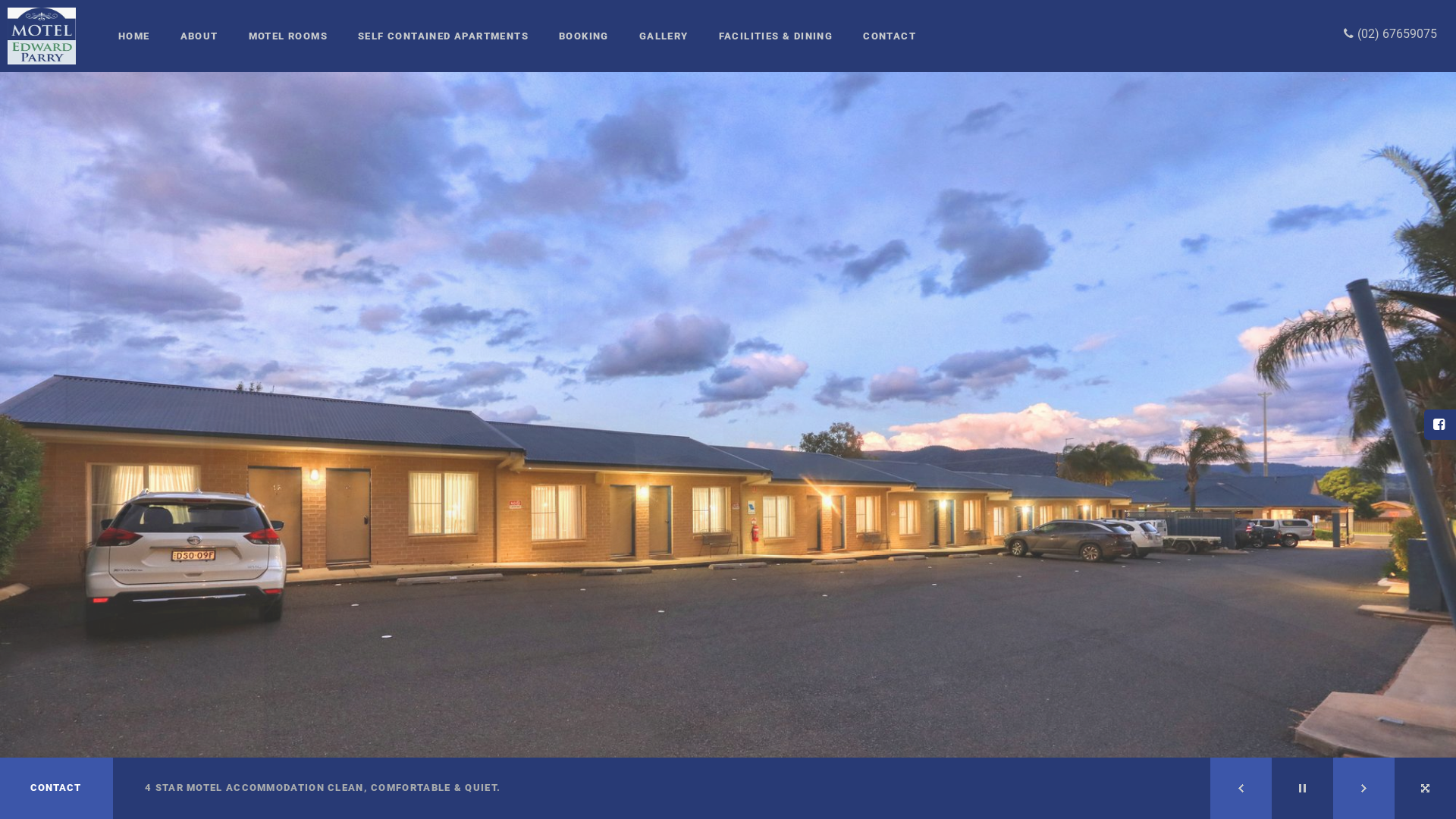 This screenshot has height=819, width=1456. I want to click on 'GALLERY', so click(664, 35).